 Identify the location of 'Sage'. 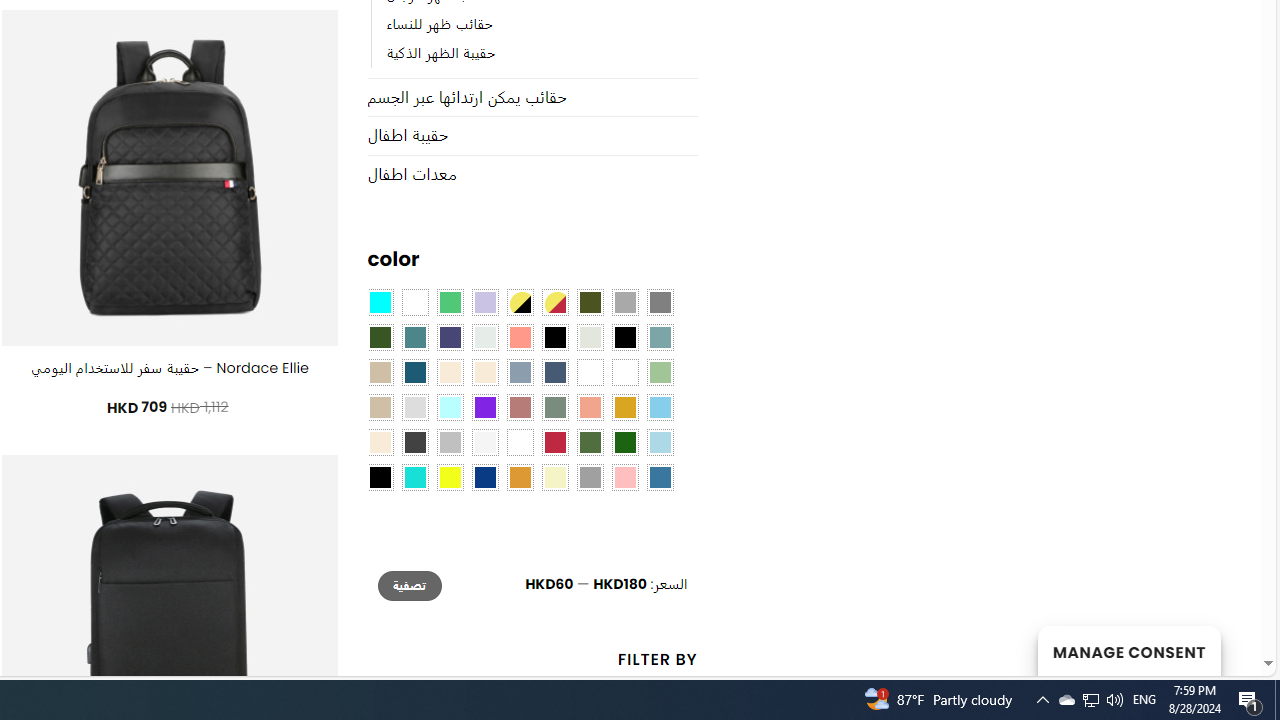
(554, 407).